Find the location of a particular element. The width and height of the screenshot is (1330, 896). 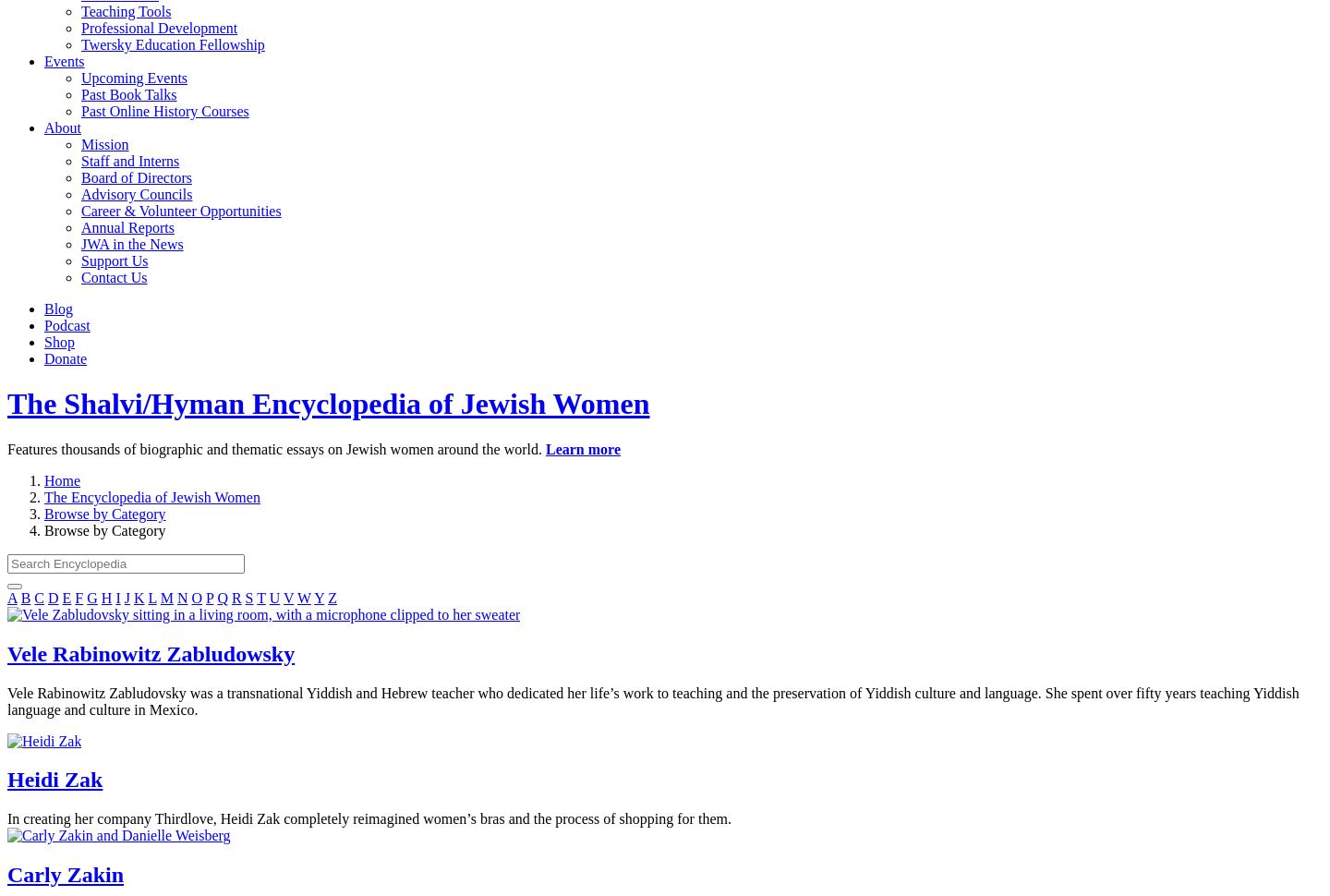

'In creating her company Thirdlove, Heidi Zak completely reimagined women’s bras and the process of shopping for them.' is located at coordinates (368, 818).